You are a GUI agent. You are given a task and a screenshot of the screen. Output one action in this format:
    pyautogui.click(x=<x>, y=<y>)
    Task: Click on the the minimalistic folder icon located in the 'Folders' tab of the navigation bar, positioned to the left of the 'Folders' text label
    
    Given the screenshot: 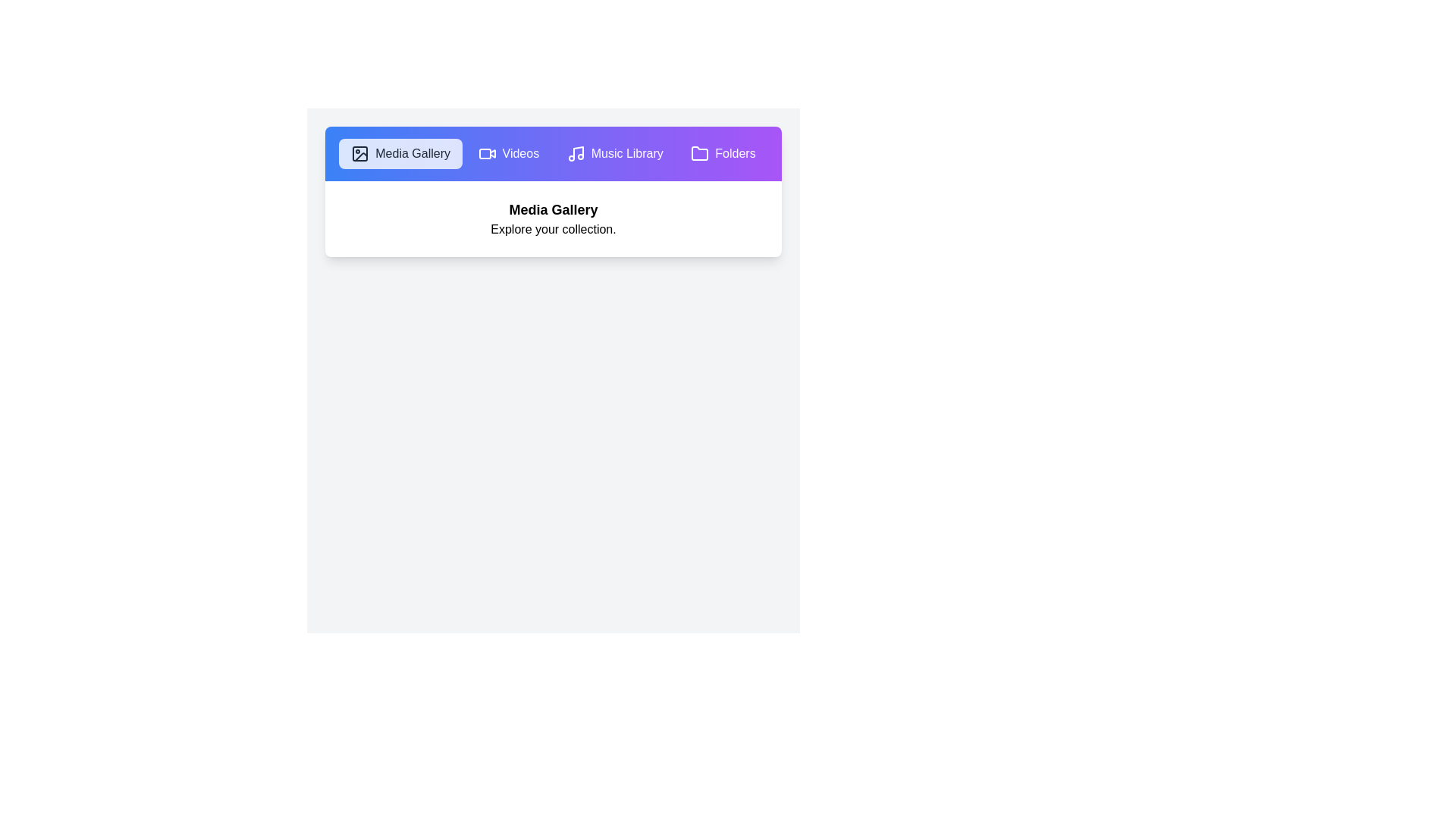 What is the action you would take?
    pyautogui.click(x=699, y=154)
    